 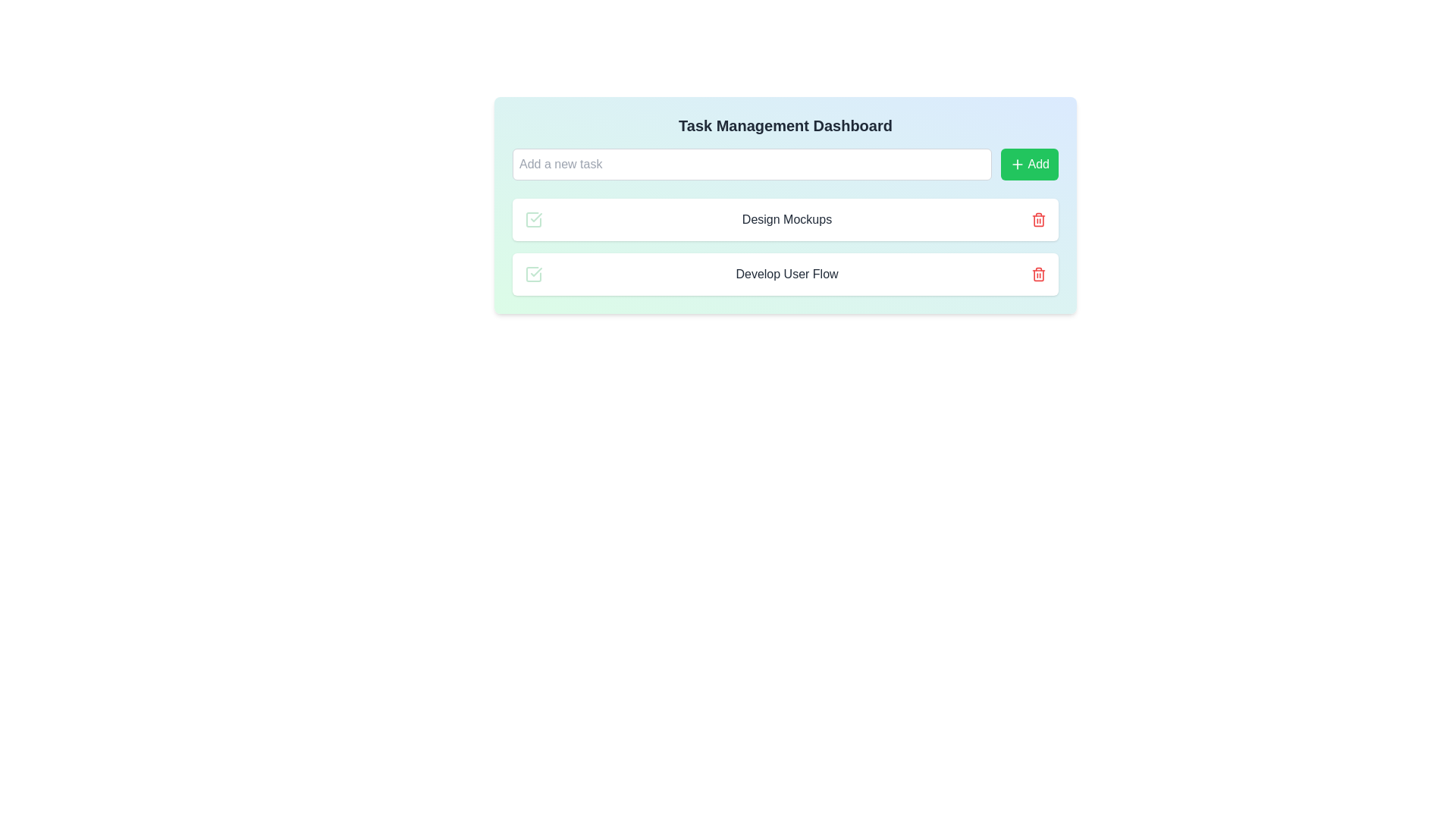 I want to click on the text label displaying the title 'Design Mockups' in bold, dark gray font, which is centrally located in the first task row, so click(x=786, y=219).